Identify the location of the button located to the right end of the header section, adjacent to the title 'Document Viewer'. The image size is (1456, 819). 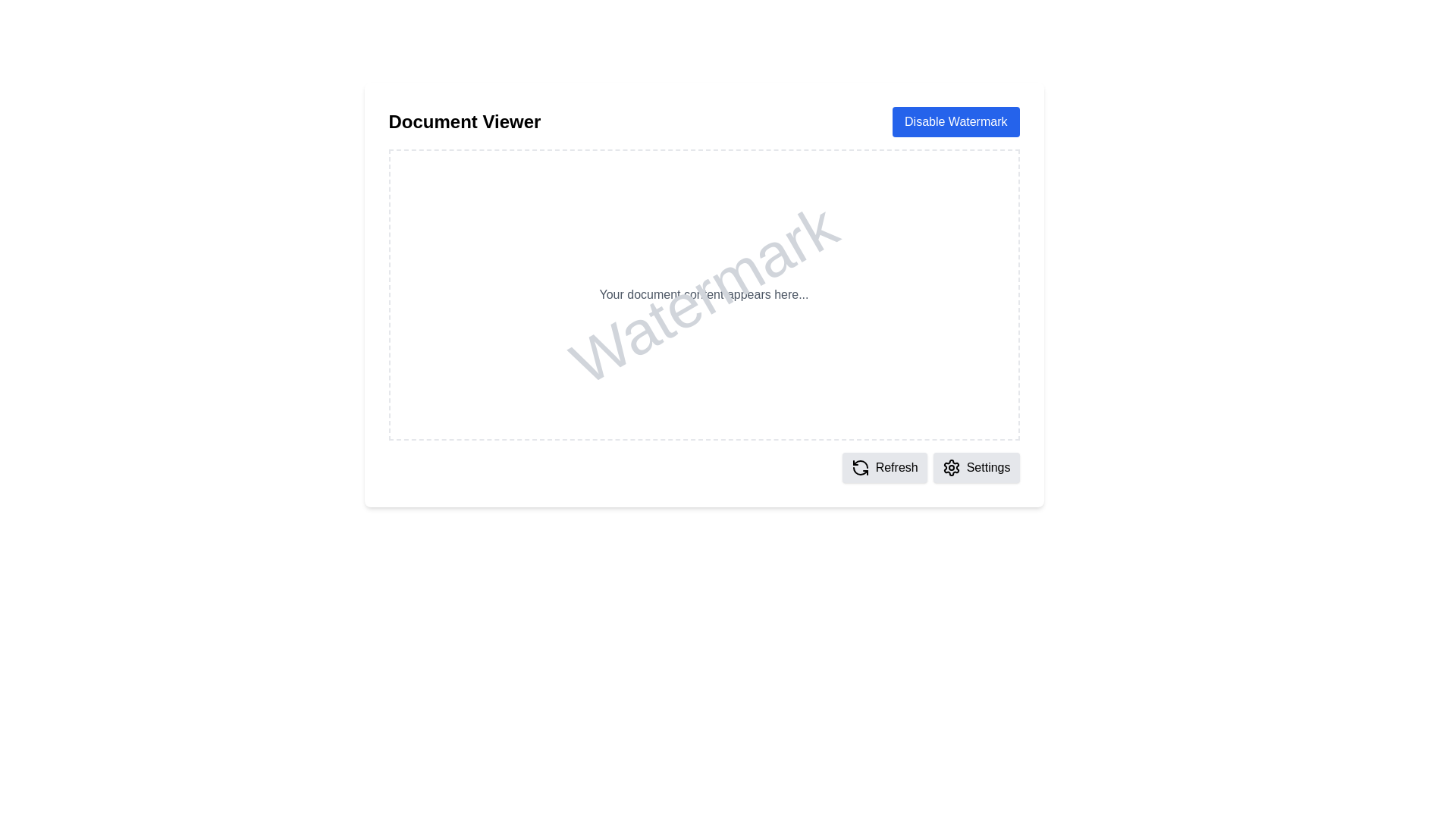
(955, 121).